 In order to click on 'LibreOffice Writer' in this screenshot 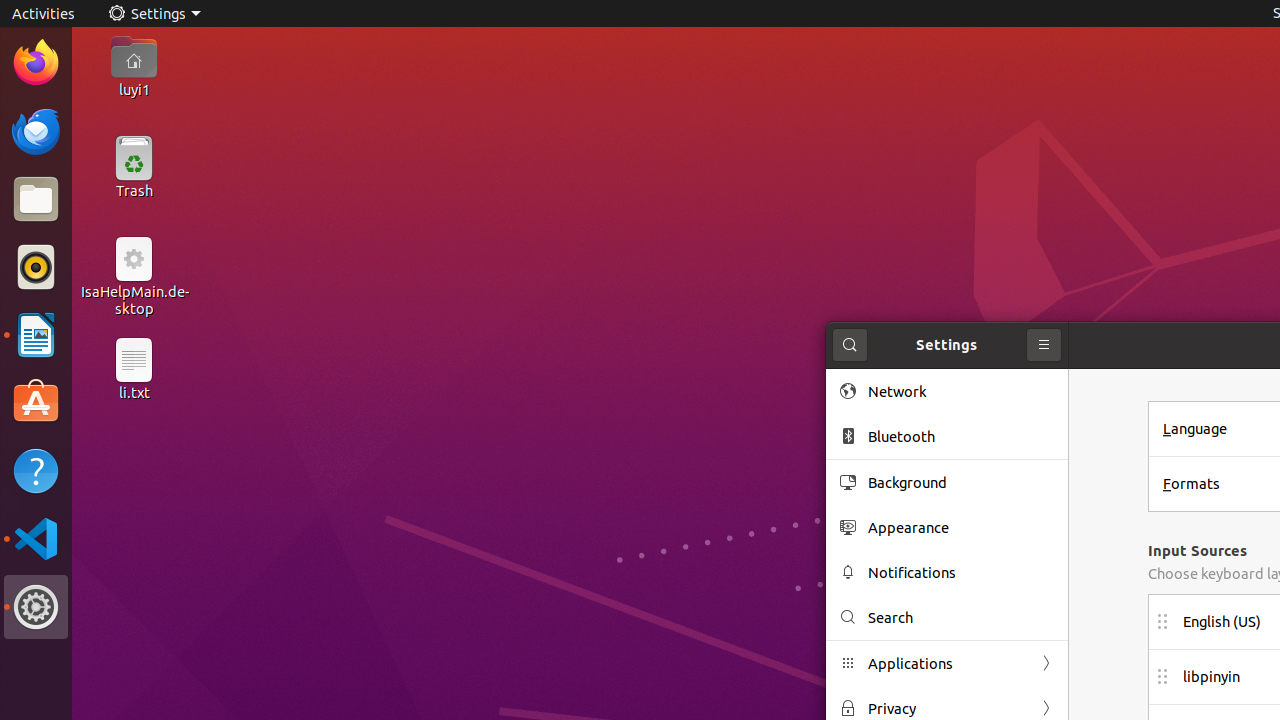, I will do `click(35, 334)`.